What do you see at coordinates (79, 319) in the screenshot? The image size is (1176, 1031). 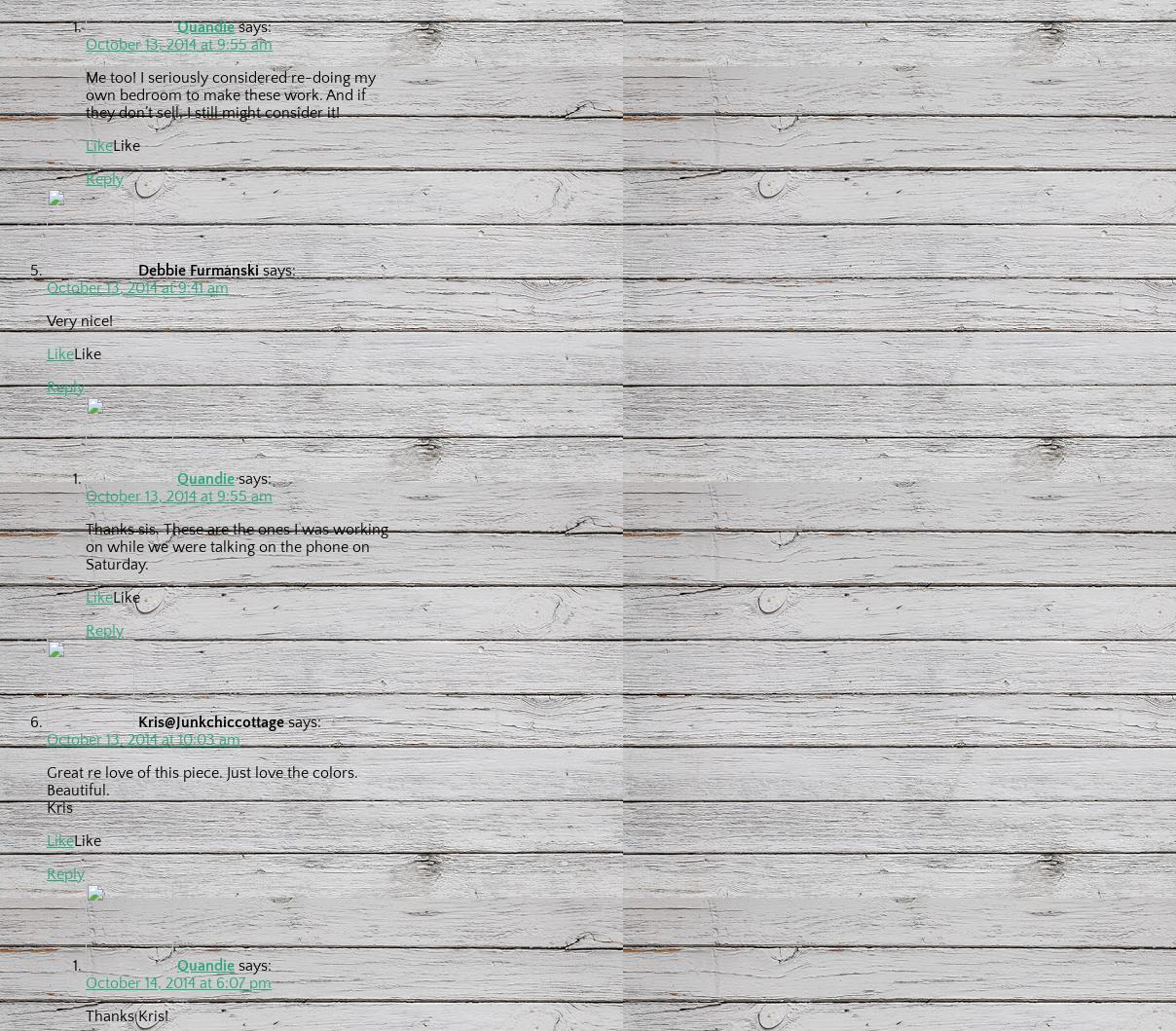 I see `'Very nice!'` at bounding box center [79, 319].